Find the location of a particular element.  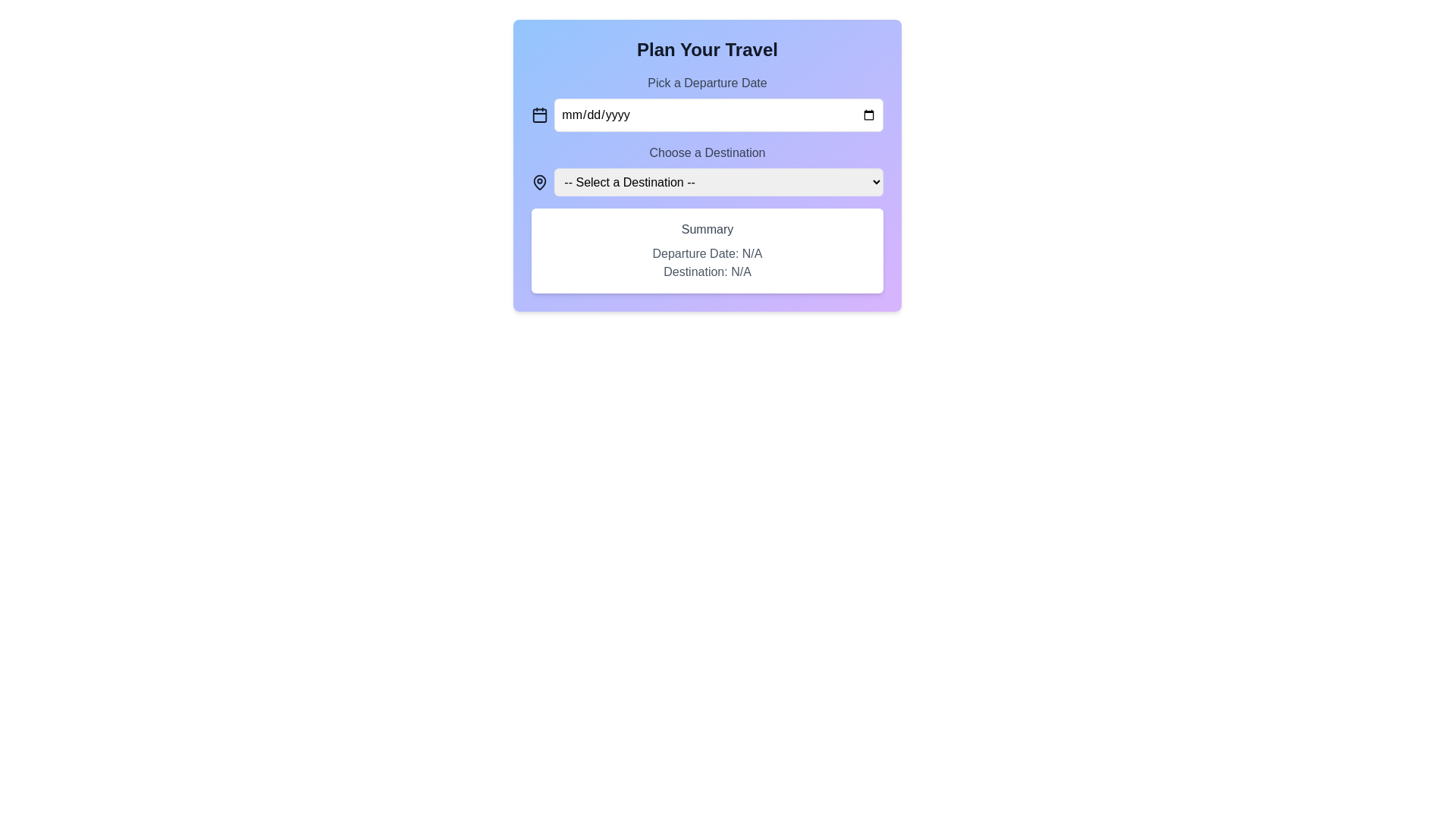

the dropdown menu located in the 'Choose a Destination' section is located at coordinates (706, 181).